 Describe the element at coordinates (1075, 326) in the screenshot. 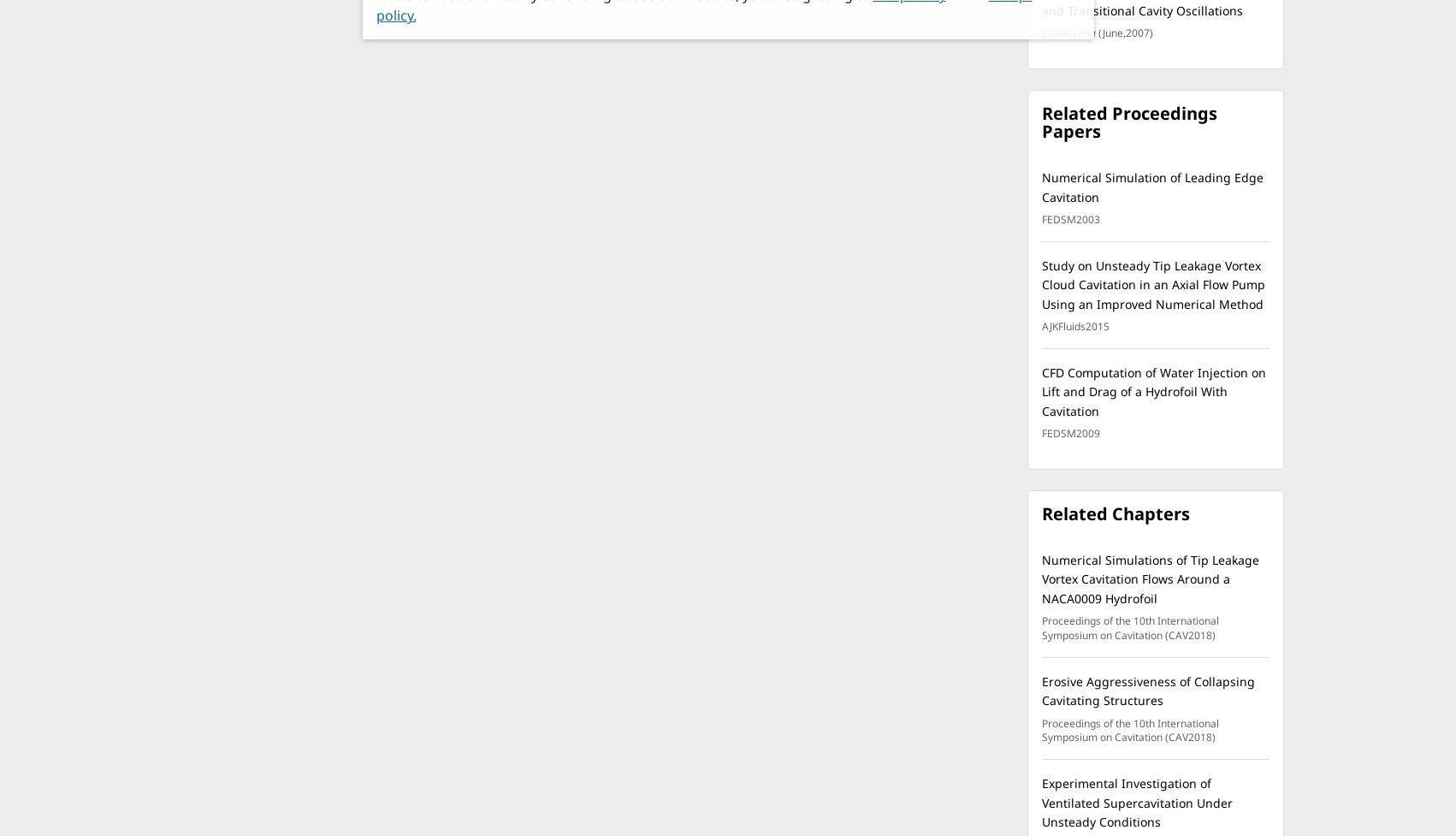

I see `'AJKFluids2015'` at that location.